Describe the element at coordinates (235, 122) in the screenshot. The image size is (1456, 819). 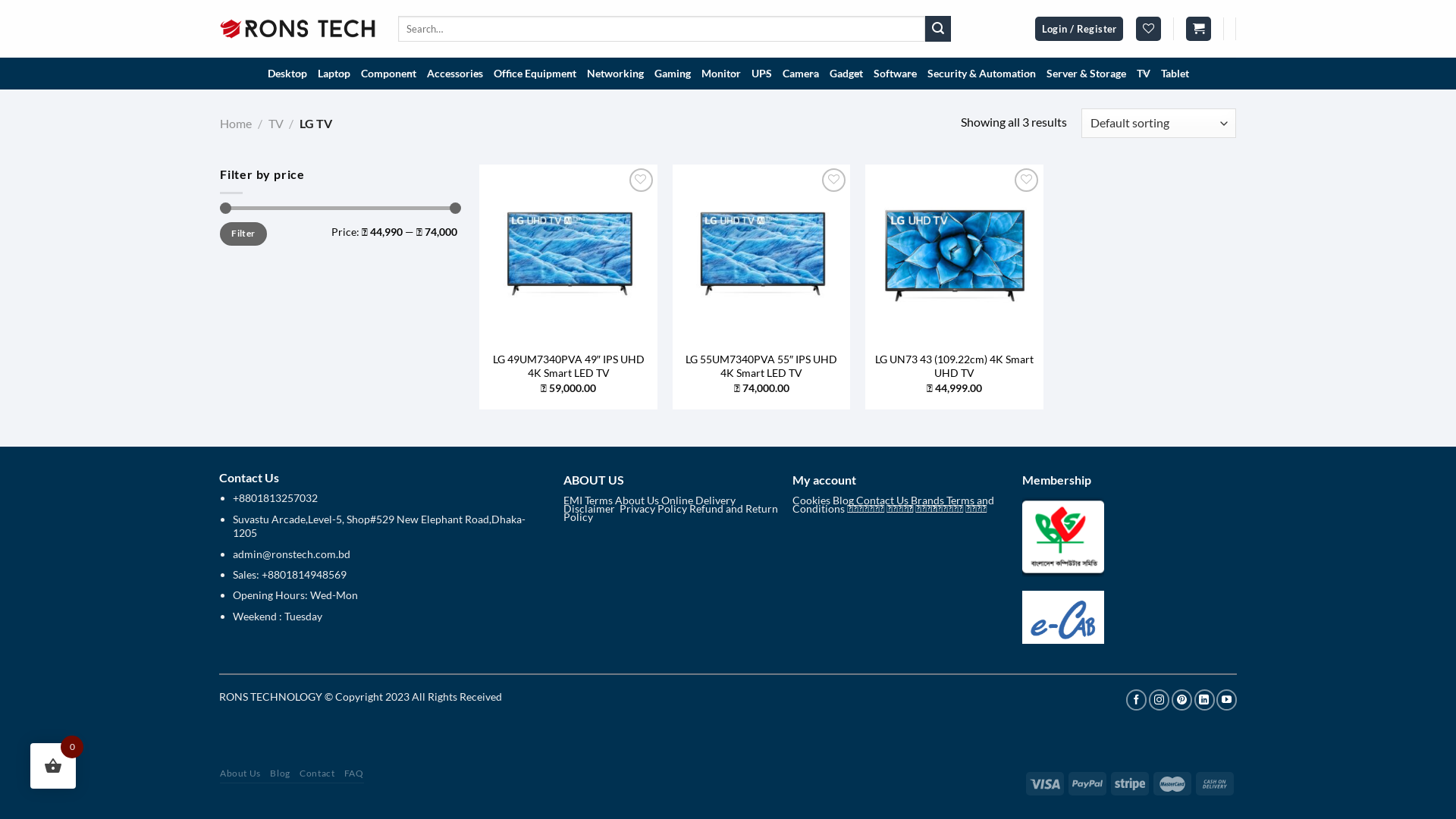
I see `'Home'` at that location.